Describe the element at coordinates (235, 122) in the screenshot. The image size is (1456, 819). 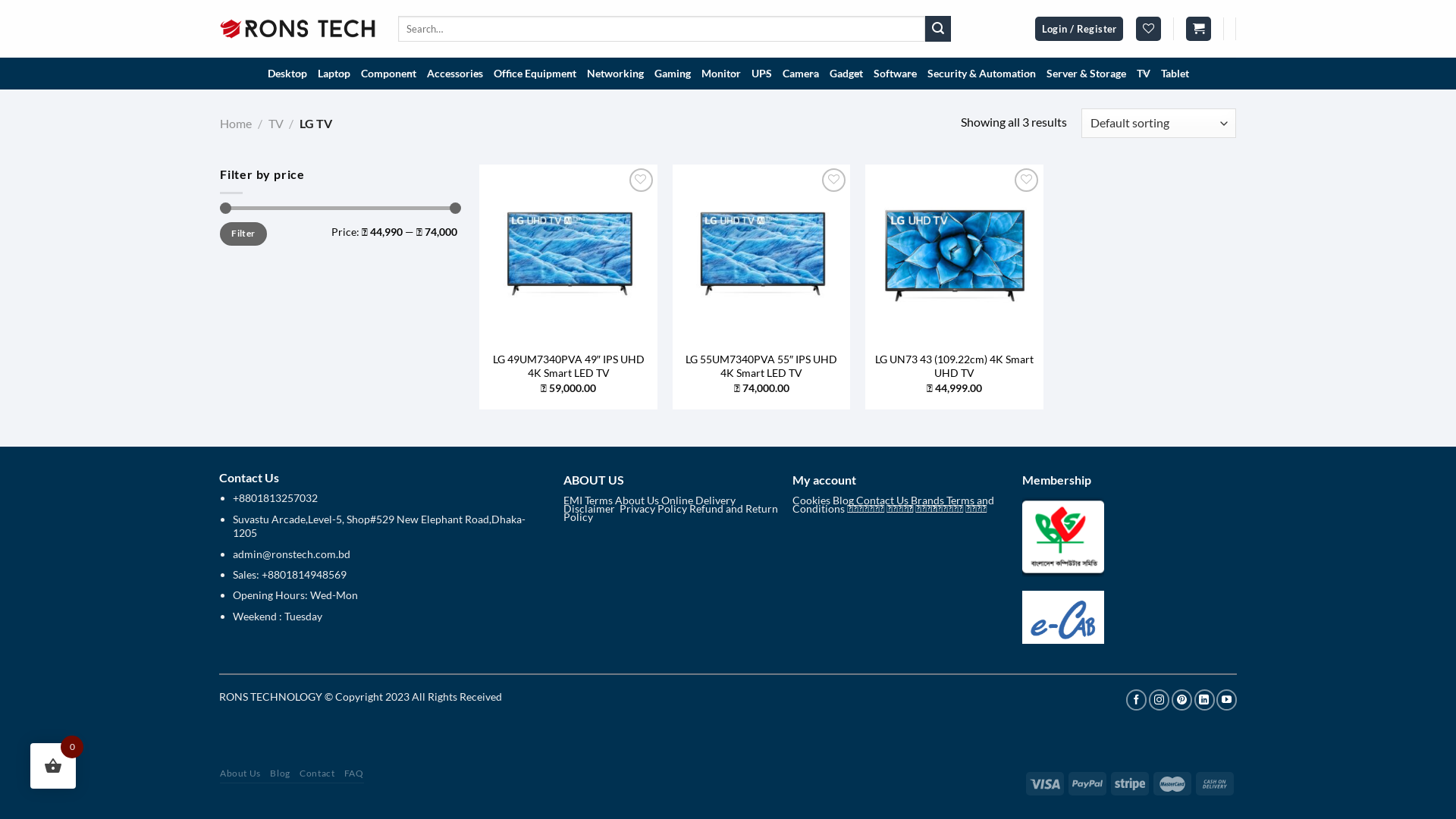
I see `'Home'` at that location.